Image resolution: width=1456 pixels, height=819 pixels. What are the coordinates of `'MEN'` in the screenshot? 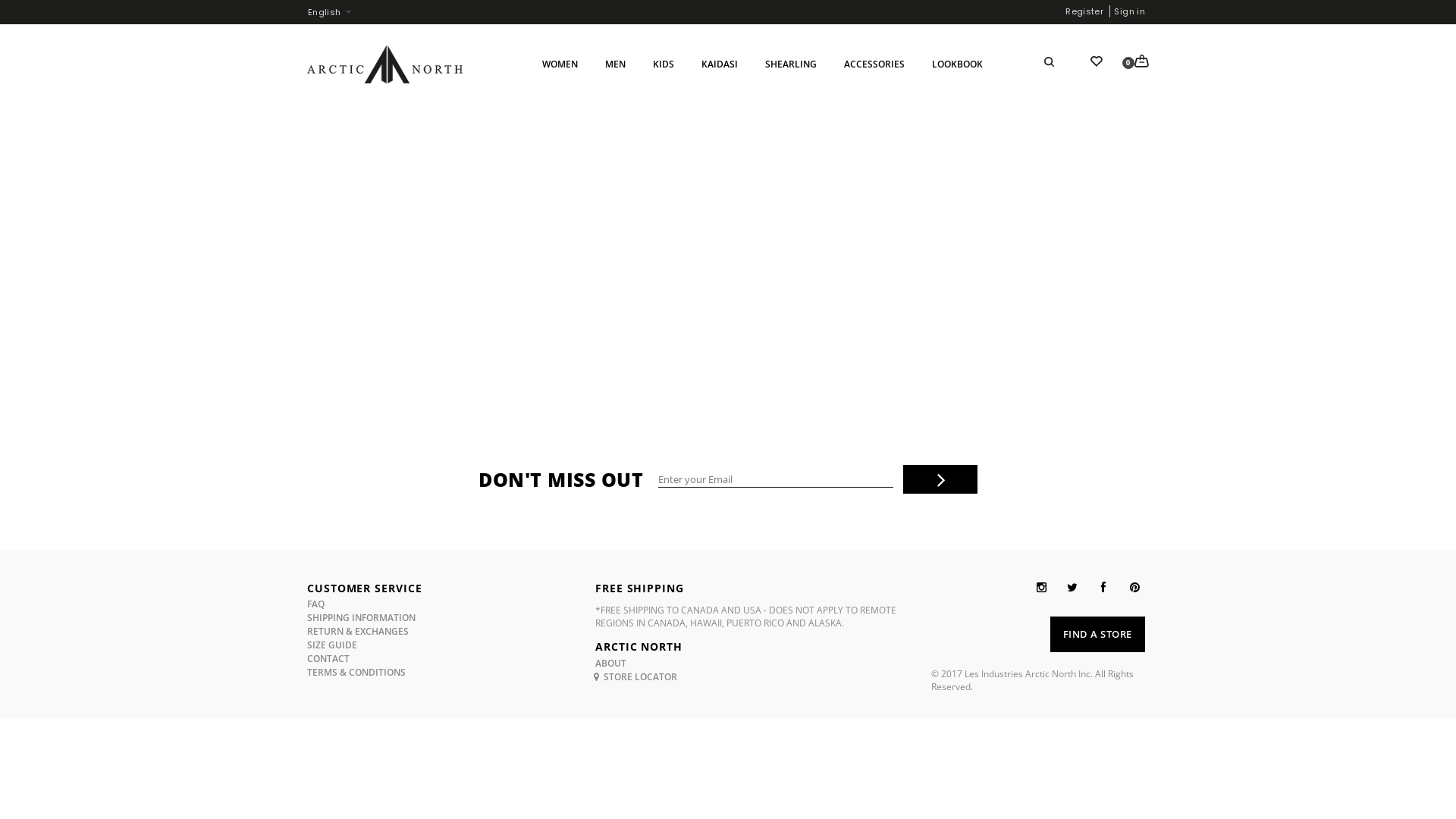 It's located at (615, 63).